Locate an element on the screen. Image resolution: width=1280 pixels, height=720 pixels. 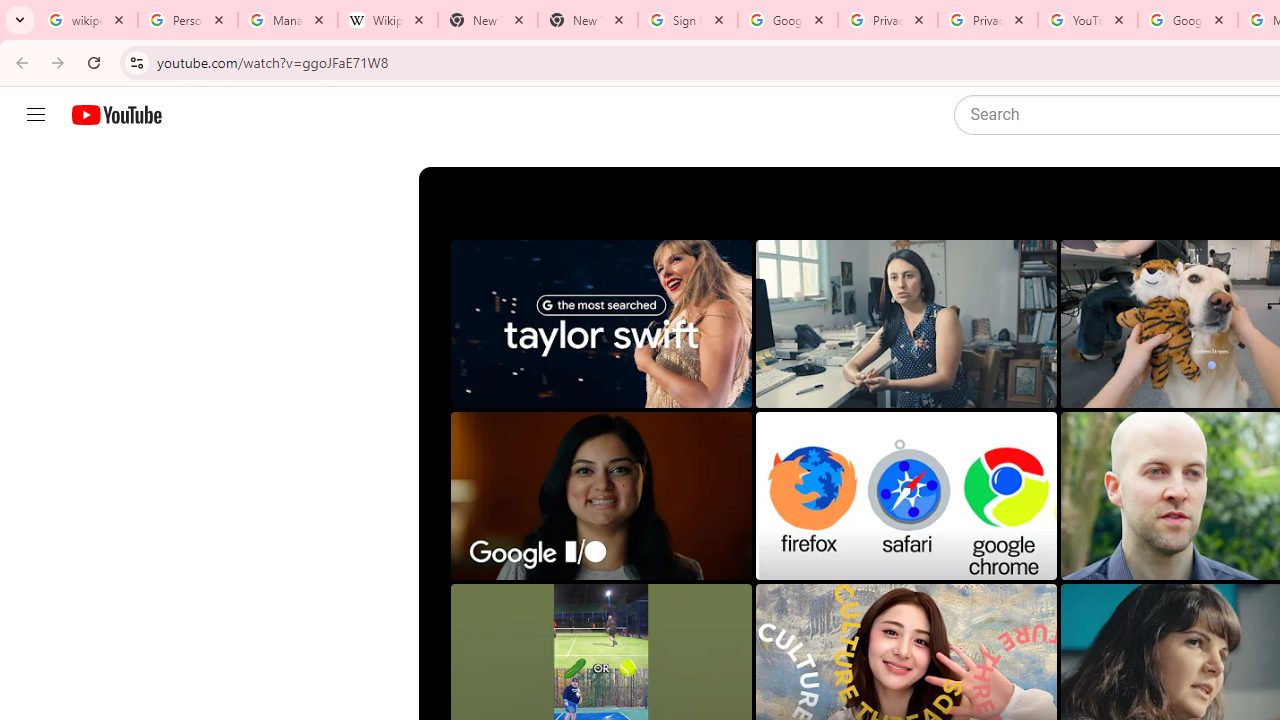
'Guide' is located at coordinates (35, 115).